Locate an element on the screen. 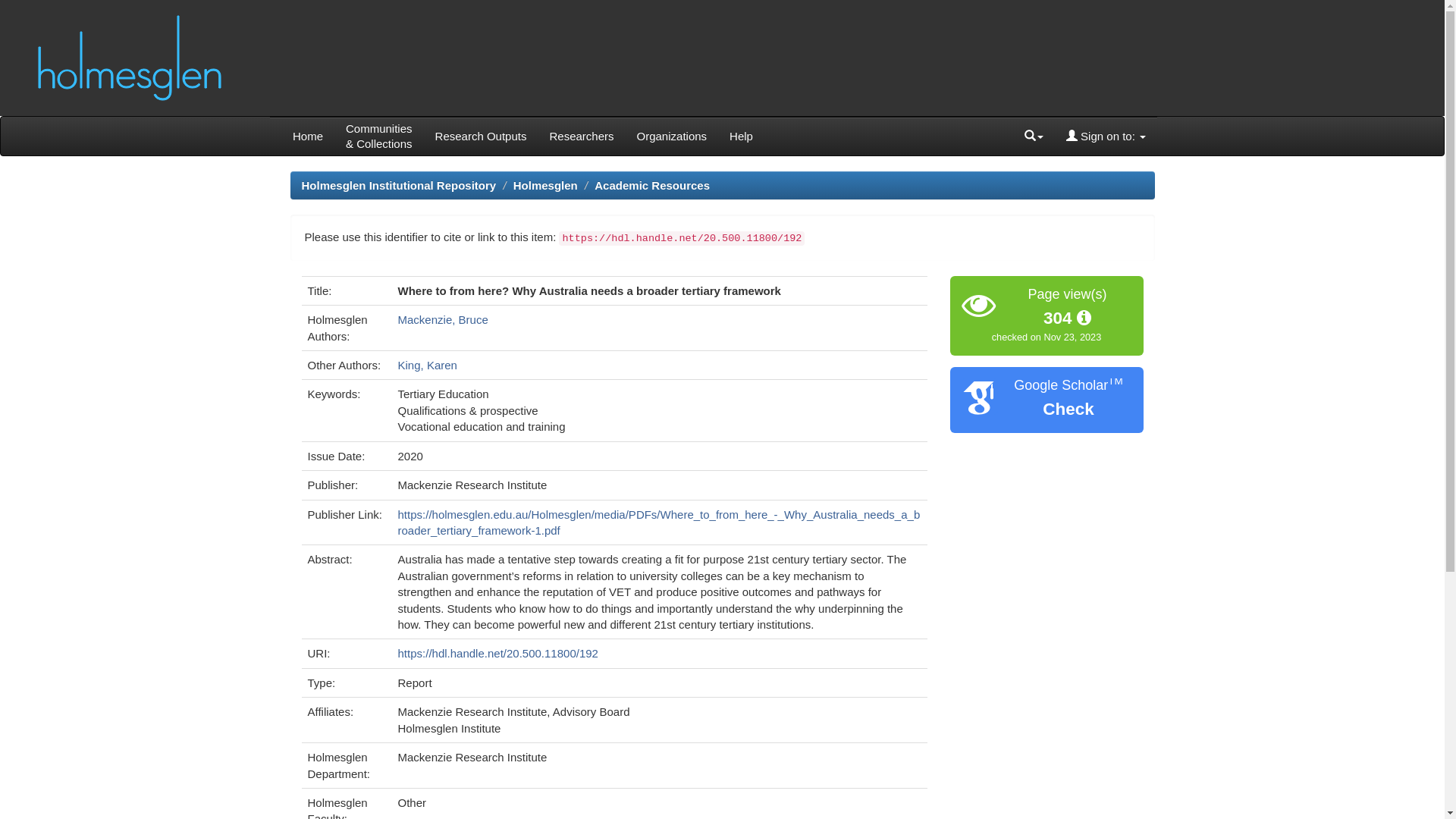 This screenshot has width=1456, height=819. 'Research Outputs' is located at coordinates (480, 136).